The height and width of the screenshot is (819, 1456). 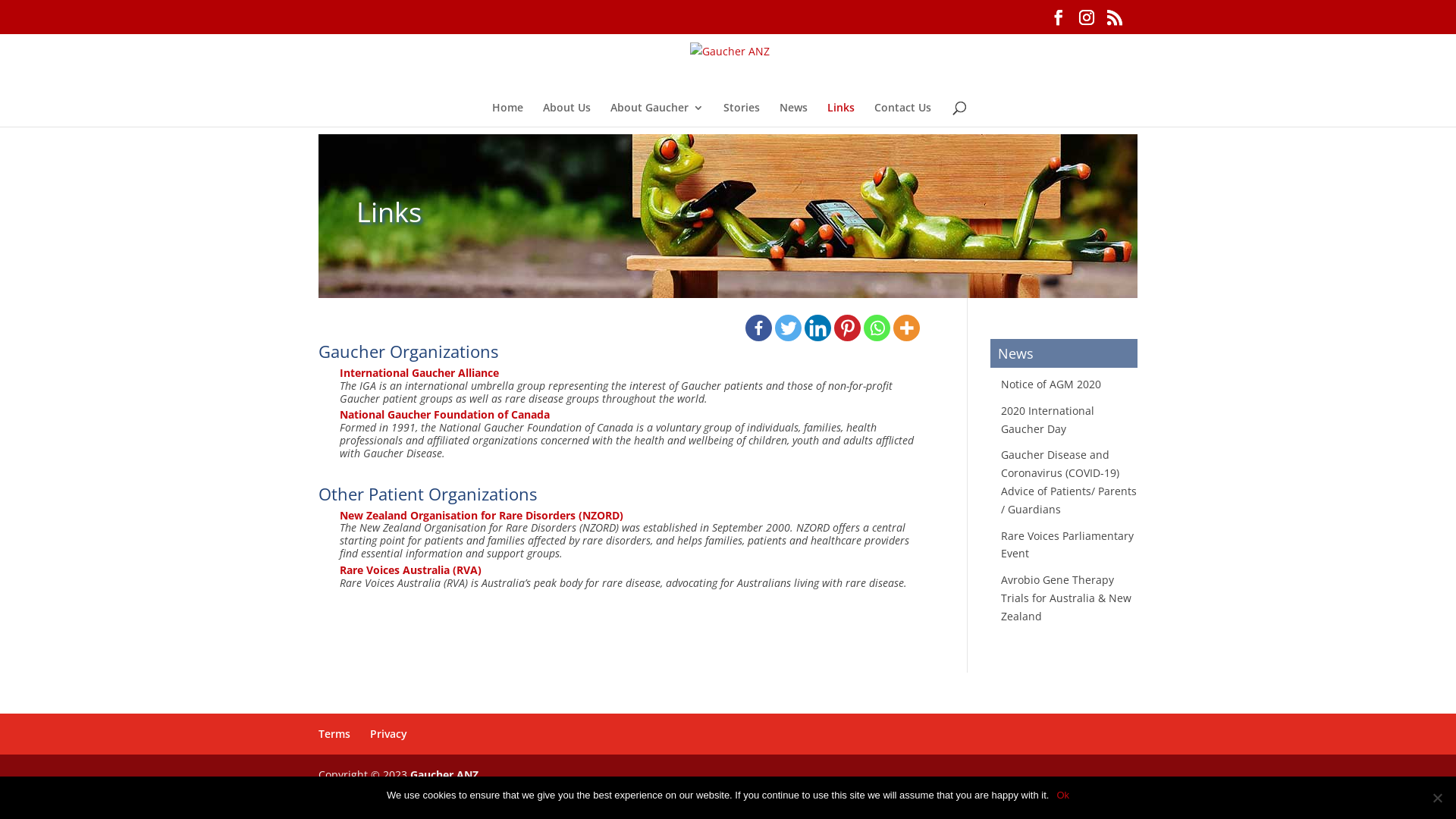 I want to click on 'Contact Us', so click(x=902, y=113).